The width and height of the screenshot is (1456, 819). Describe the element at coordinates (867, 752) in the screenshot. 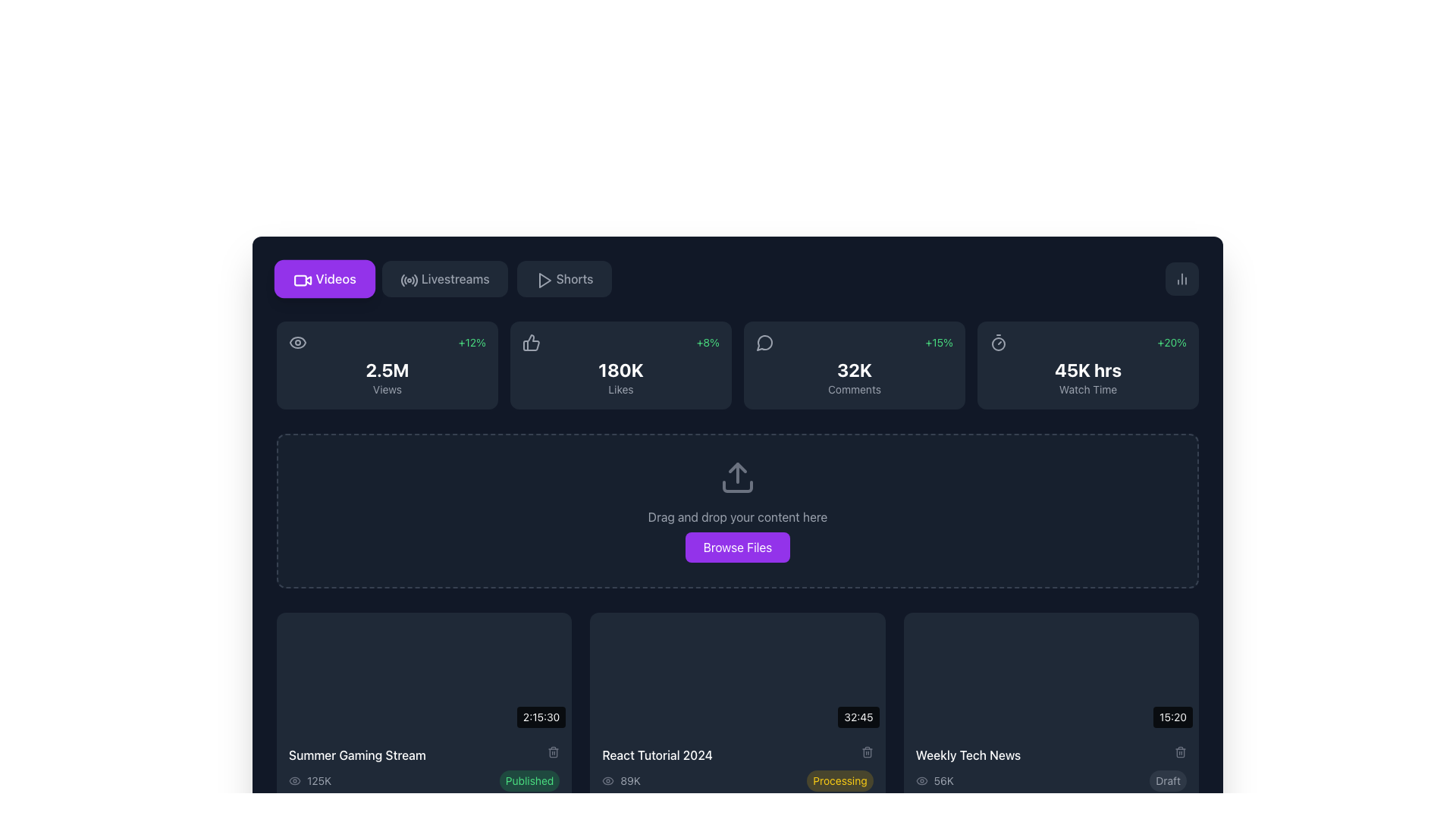

I see `the delete action button located at the top-right corner of the card displaying 'React Tutorial 2024'` at that location.